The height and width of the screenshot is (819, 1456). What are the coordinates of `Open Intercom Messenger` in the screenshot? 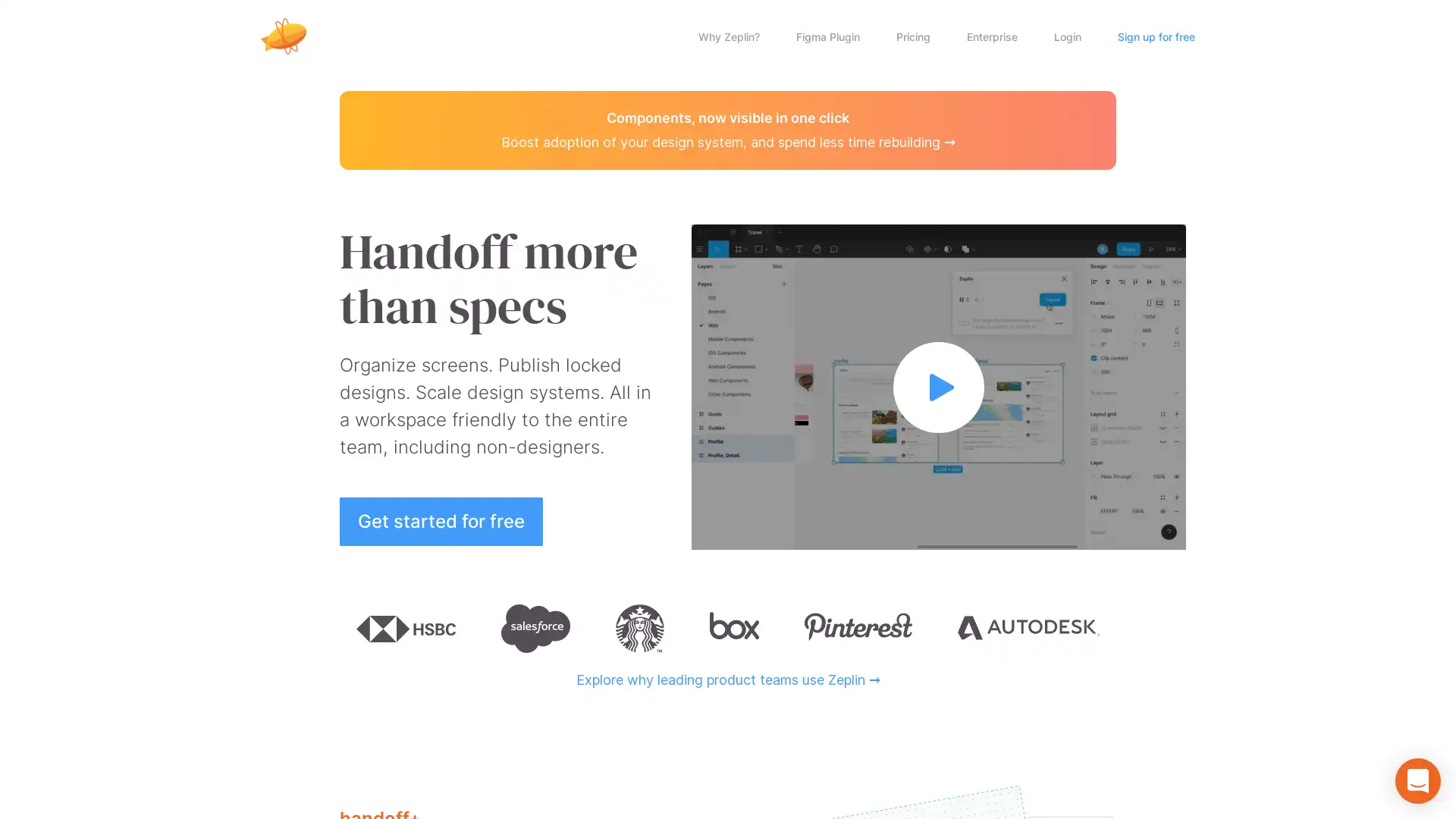 It's located at (1417, 780).